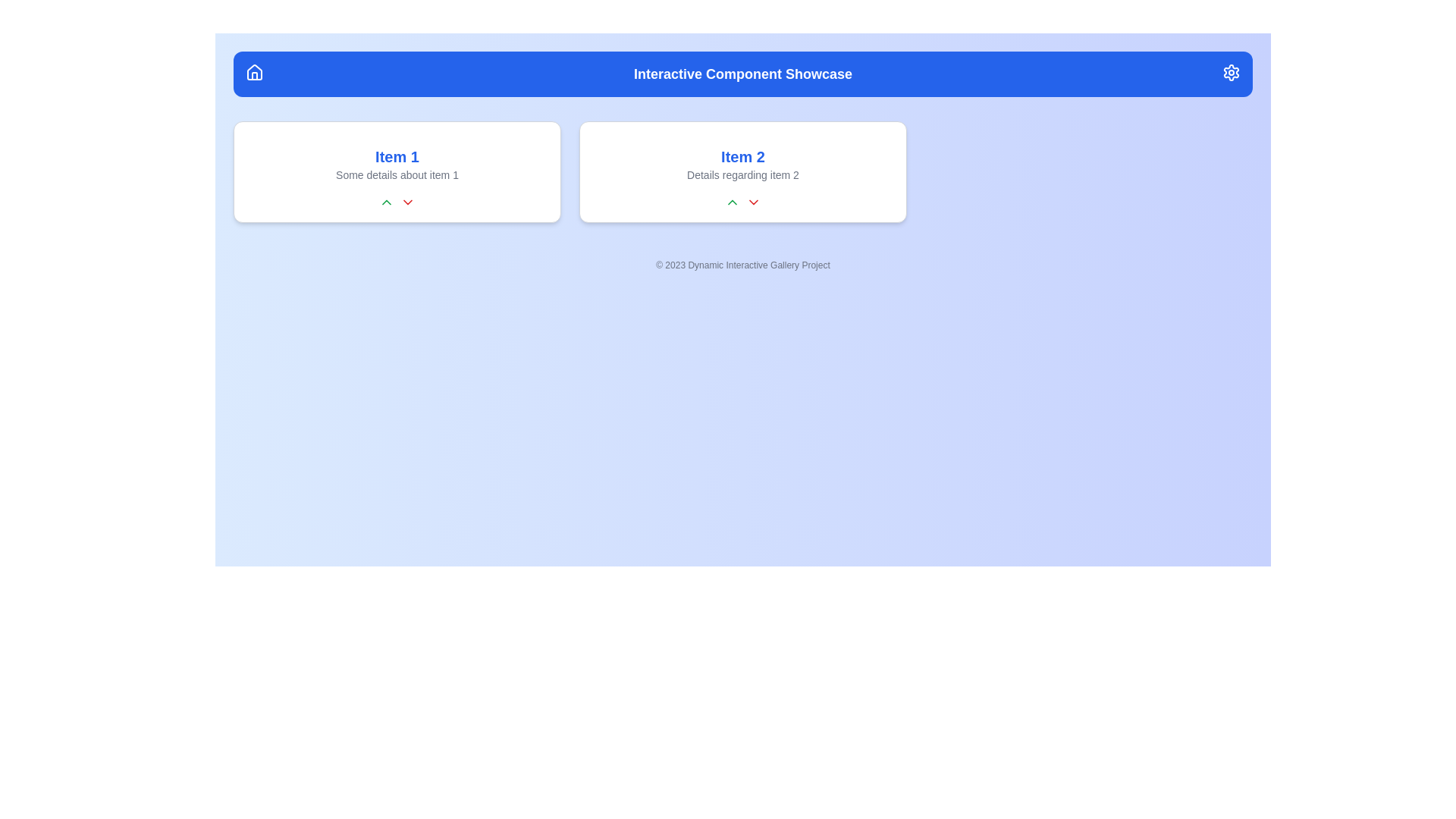  Describe the element at coordinates (742, 74) in the screenshot. I see `the text label located in the top navigation bar, which serves as a header or title, positioned between the home icon on the left and the settings icon on the right` at that location.